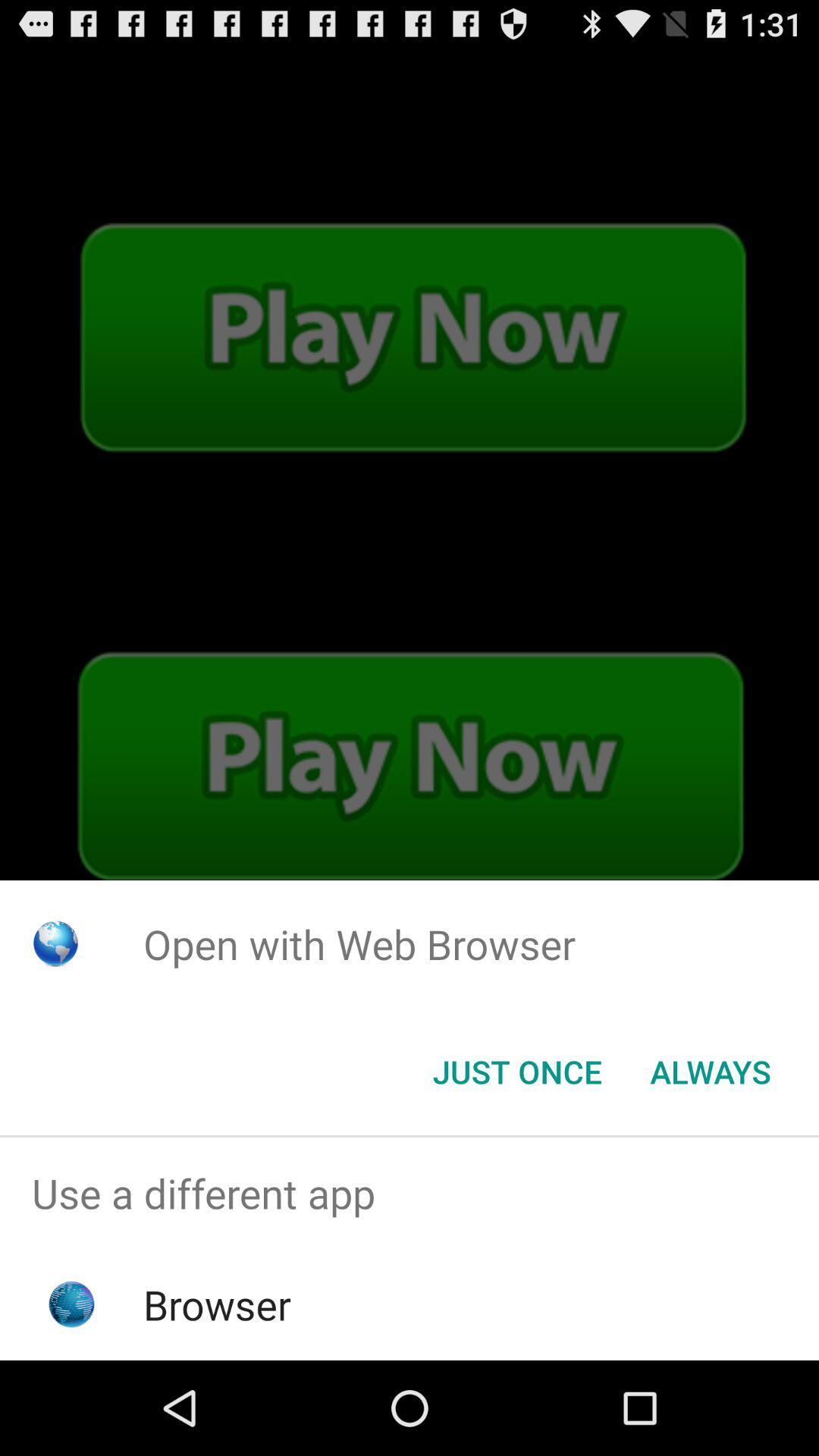  Describe the element at coordinates (711, 1070) in the screenshot. I see `the always button` at that location.